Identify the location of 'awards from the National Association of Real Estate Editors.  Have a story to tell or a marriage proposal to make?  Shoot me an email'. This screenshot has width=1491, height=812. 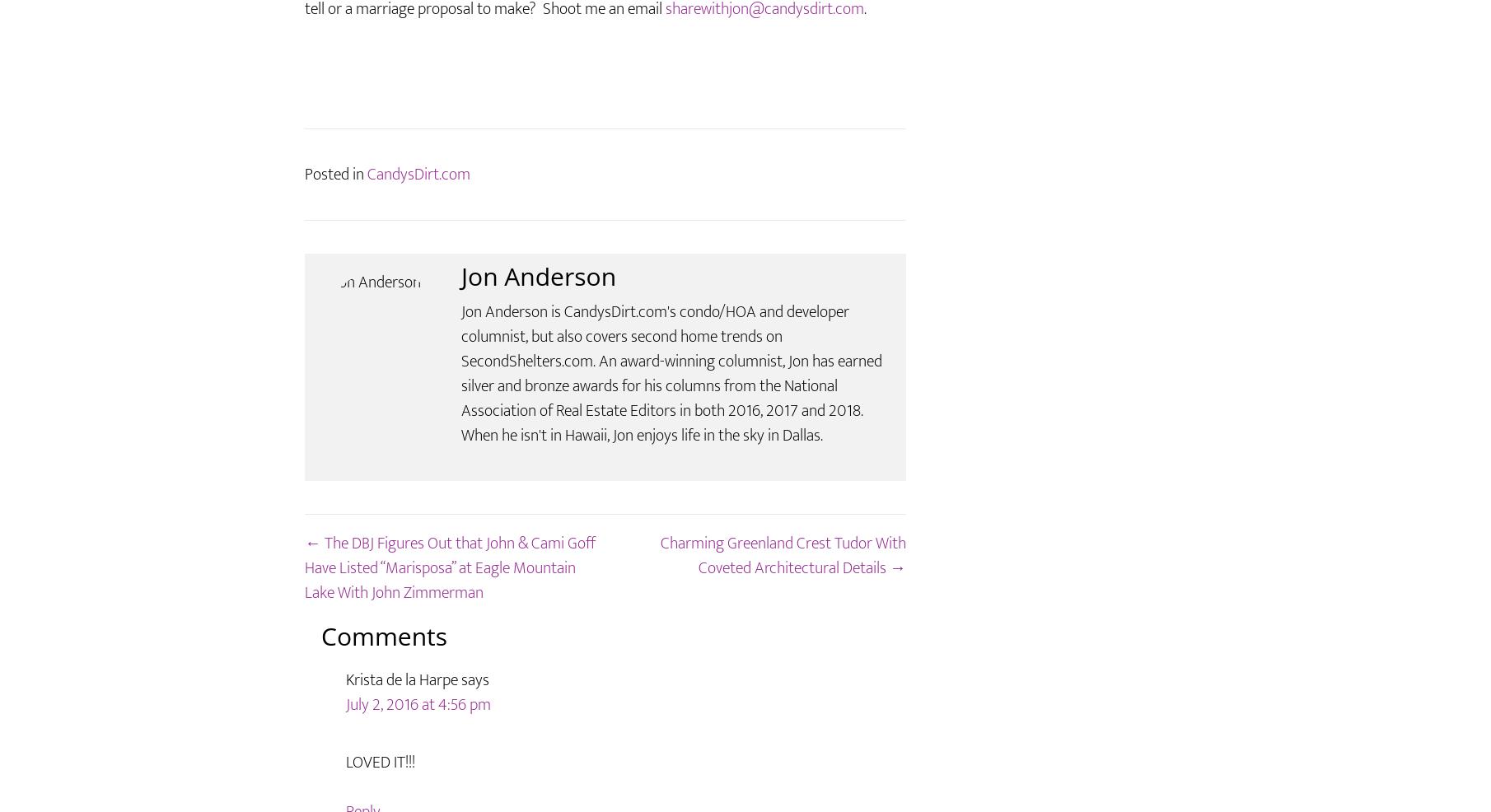
(304, 44).